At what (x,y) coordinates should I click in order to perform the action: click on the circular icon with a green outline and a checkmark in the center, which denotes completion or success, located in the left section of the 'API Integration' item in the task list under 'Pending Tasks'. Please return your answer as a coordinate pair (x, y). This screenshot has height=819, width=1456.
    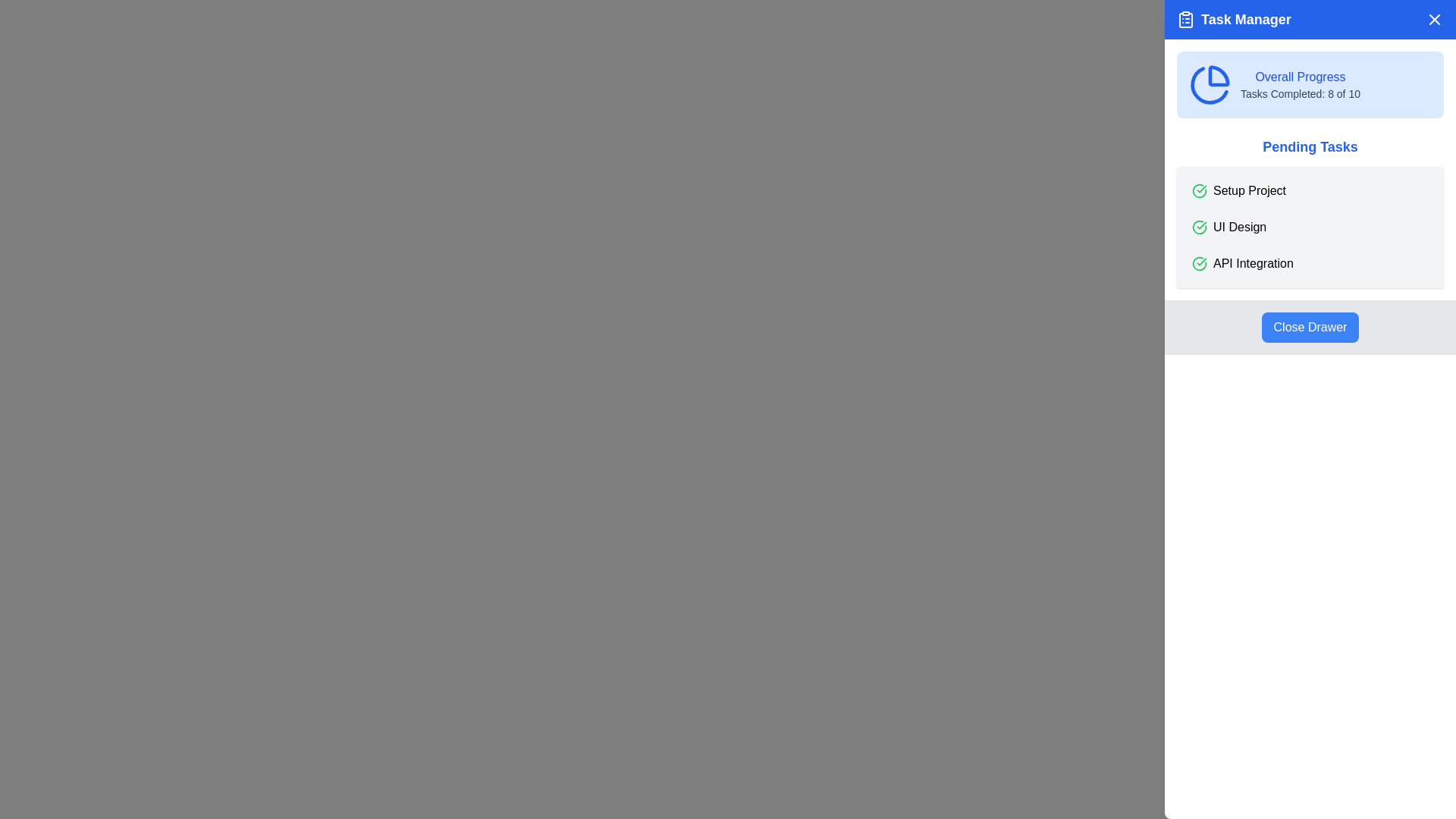
    Looking at the image, I should click on (1199, 262).